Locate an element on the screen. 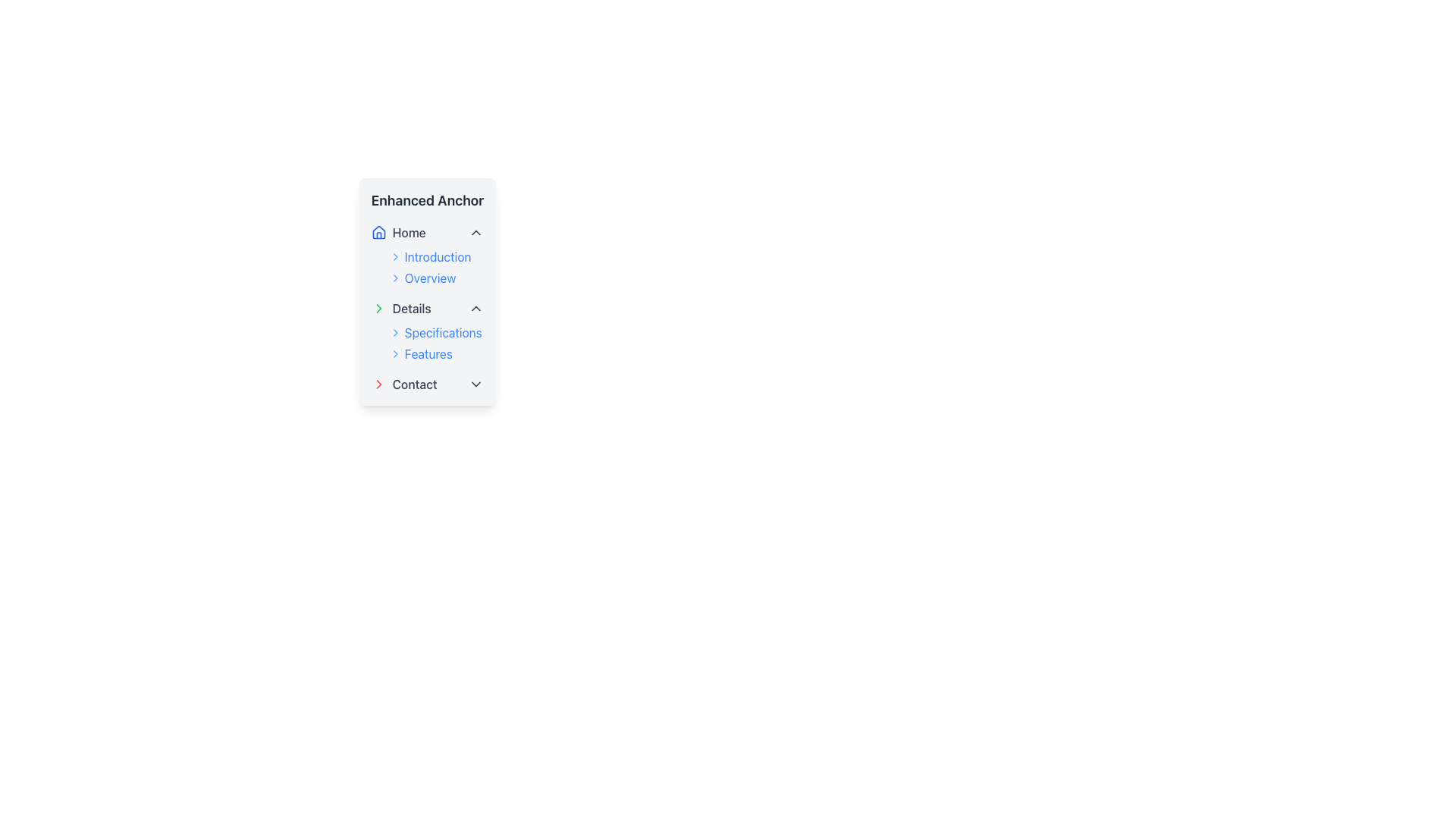 This screenshot has width=1456, height=819. the chevron-up icon located to the far-right of the 'Home' navigation item is located at coordinates (475, 233).